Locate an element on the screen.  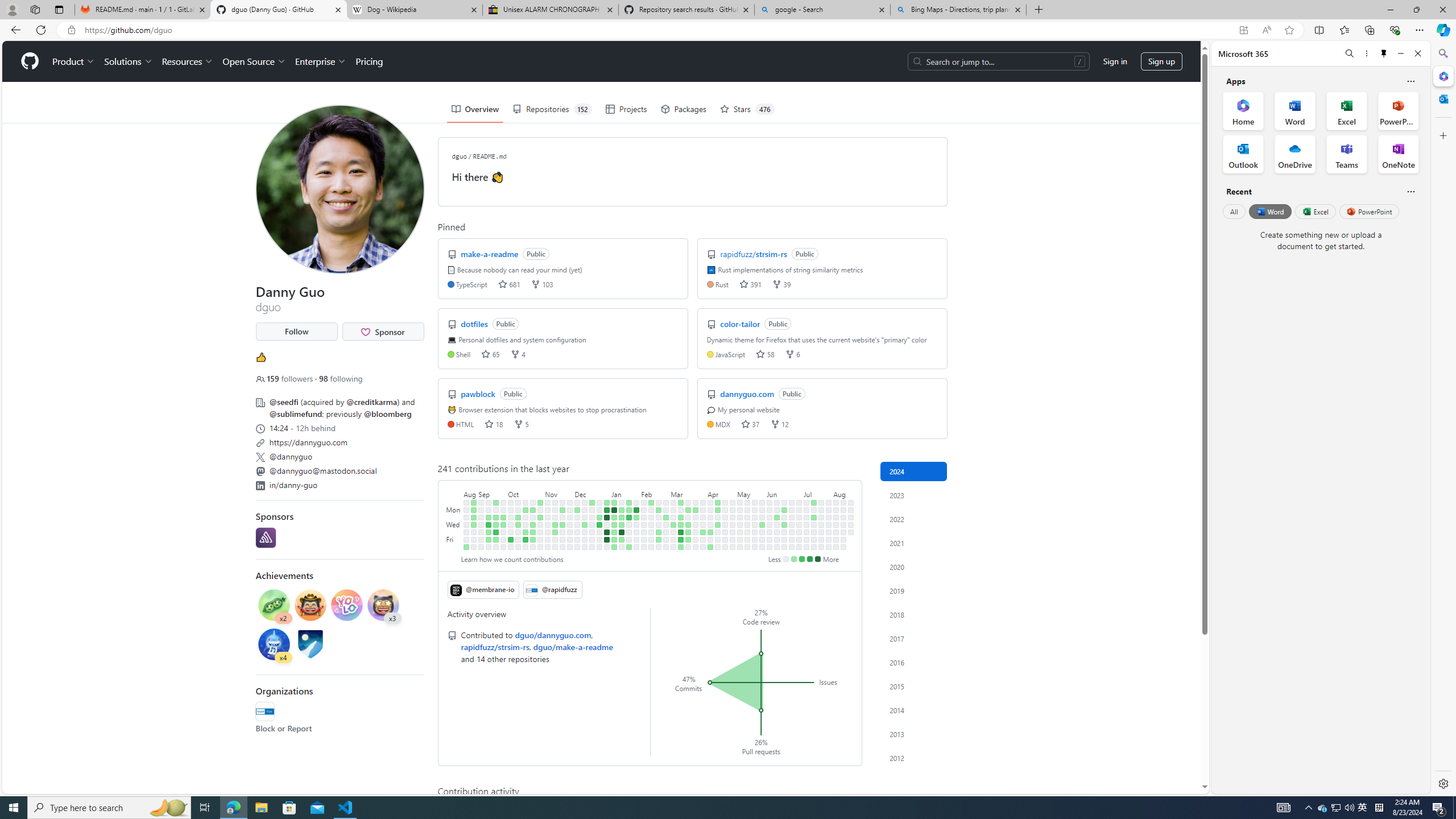
'Home Office App' is located at coordinates (1243, 111).